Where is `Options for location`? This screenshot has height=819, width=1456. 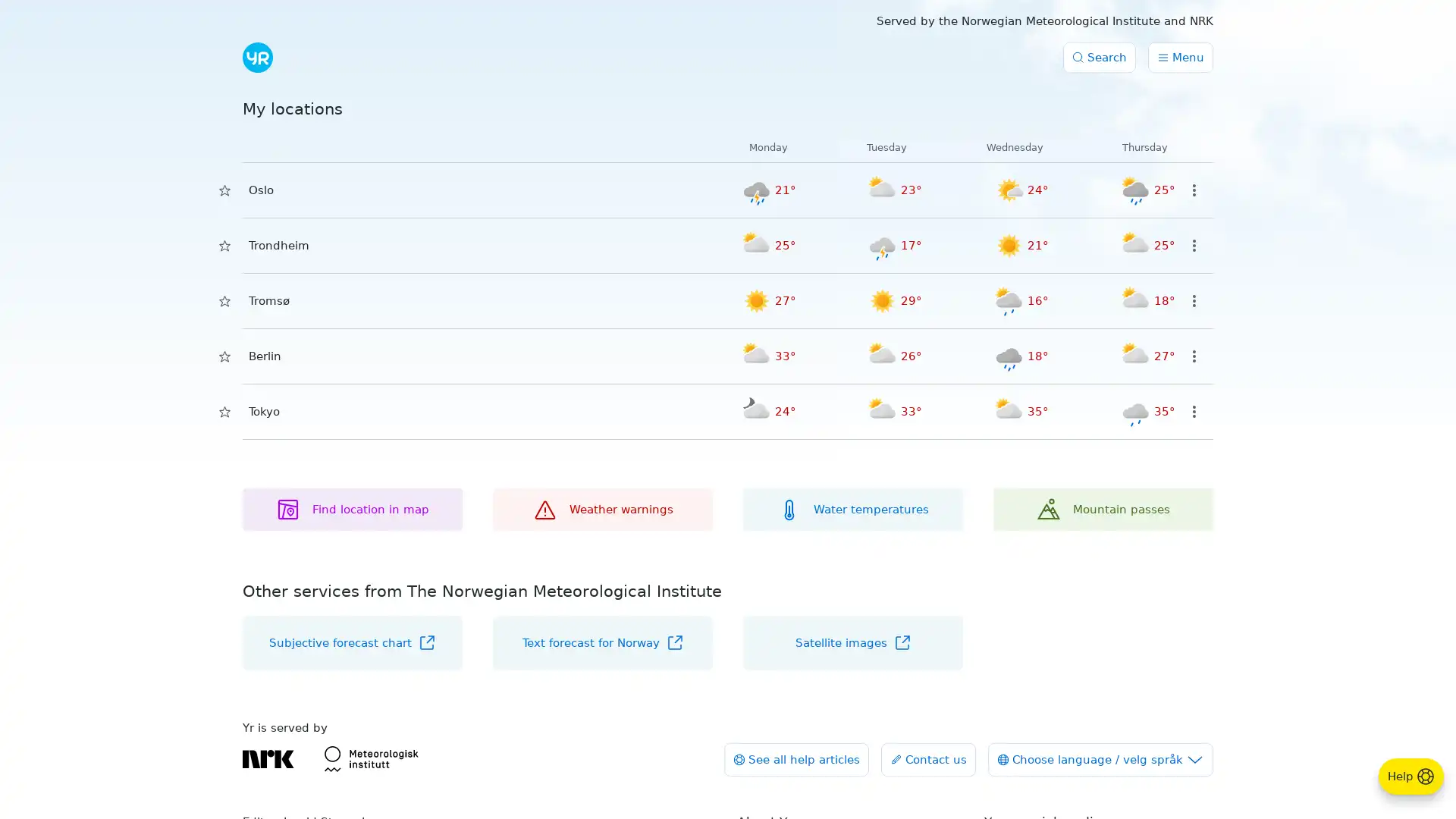 Options for location is located at coordinates (1193, 189).